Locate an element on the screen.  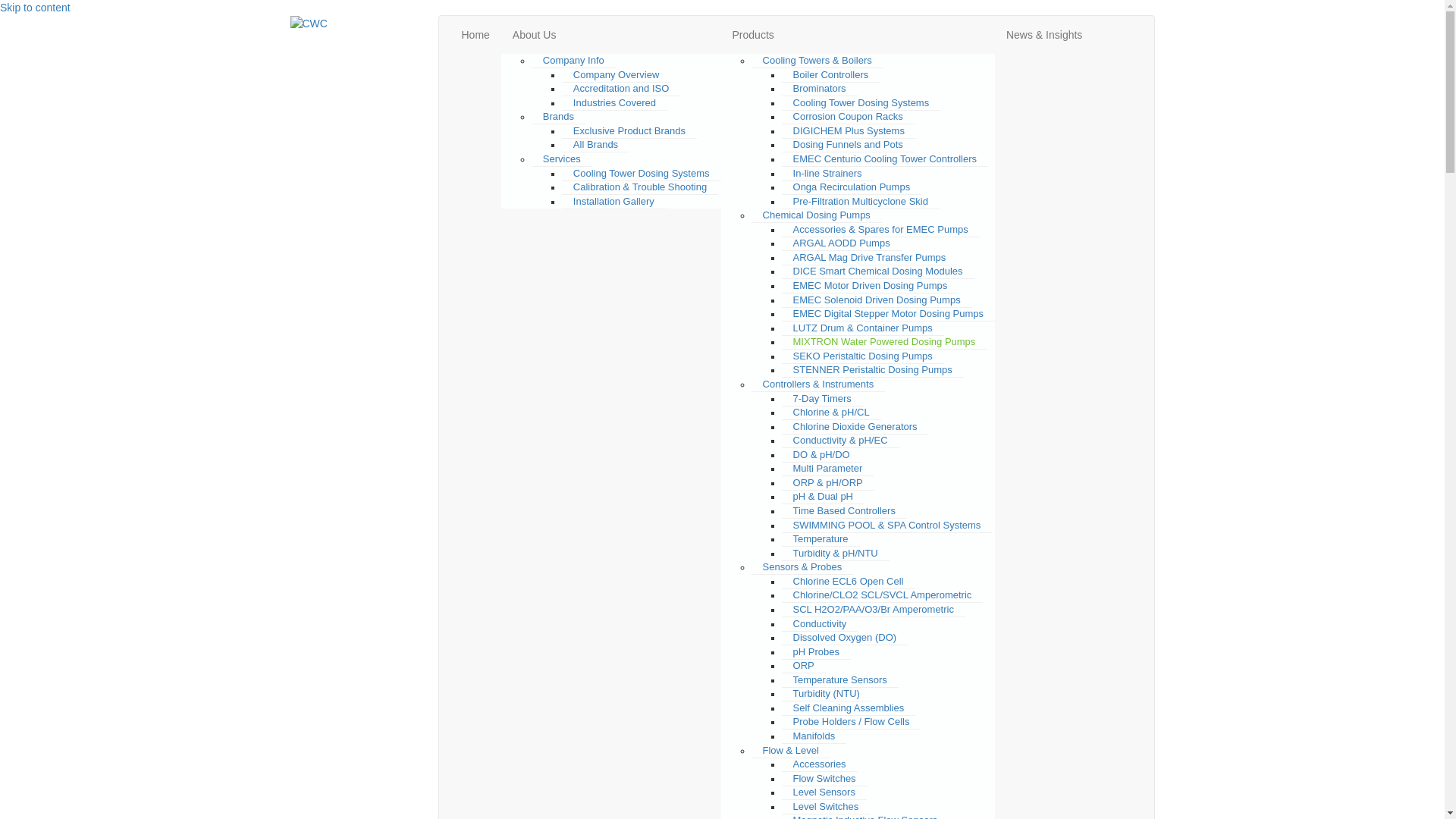
'Brands' is located at coordinates (531, 116).